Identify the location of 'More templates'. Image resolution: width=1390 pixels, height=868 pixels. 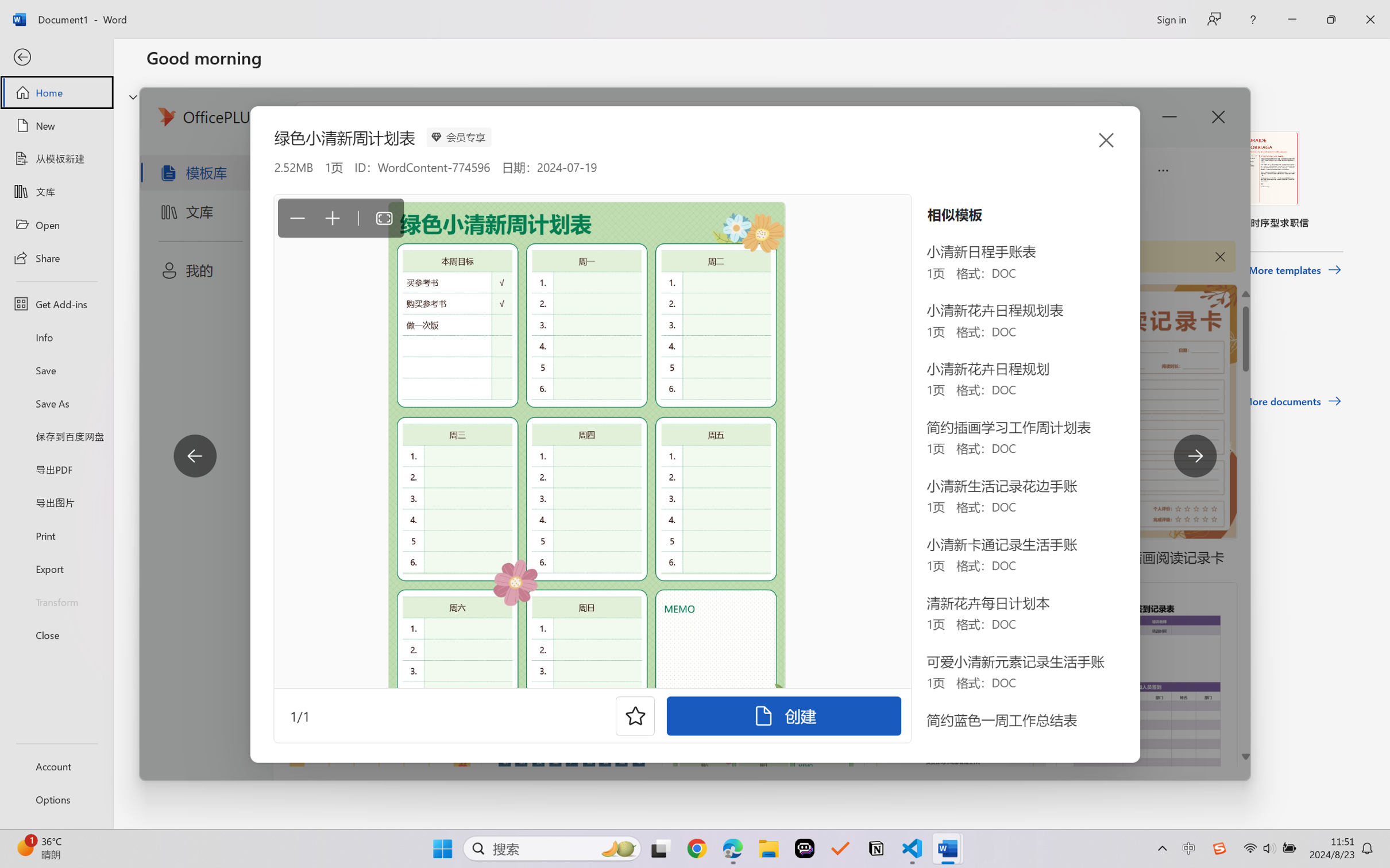
(1294, 270).